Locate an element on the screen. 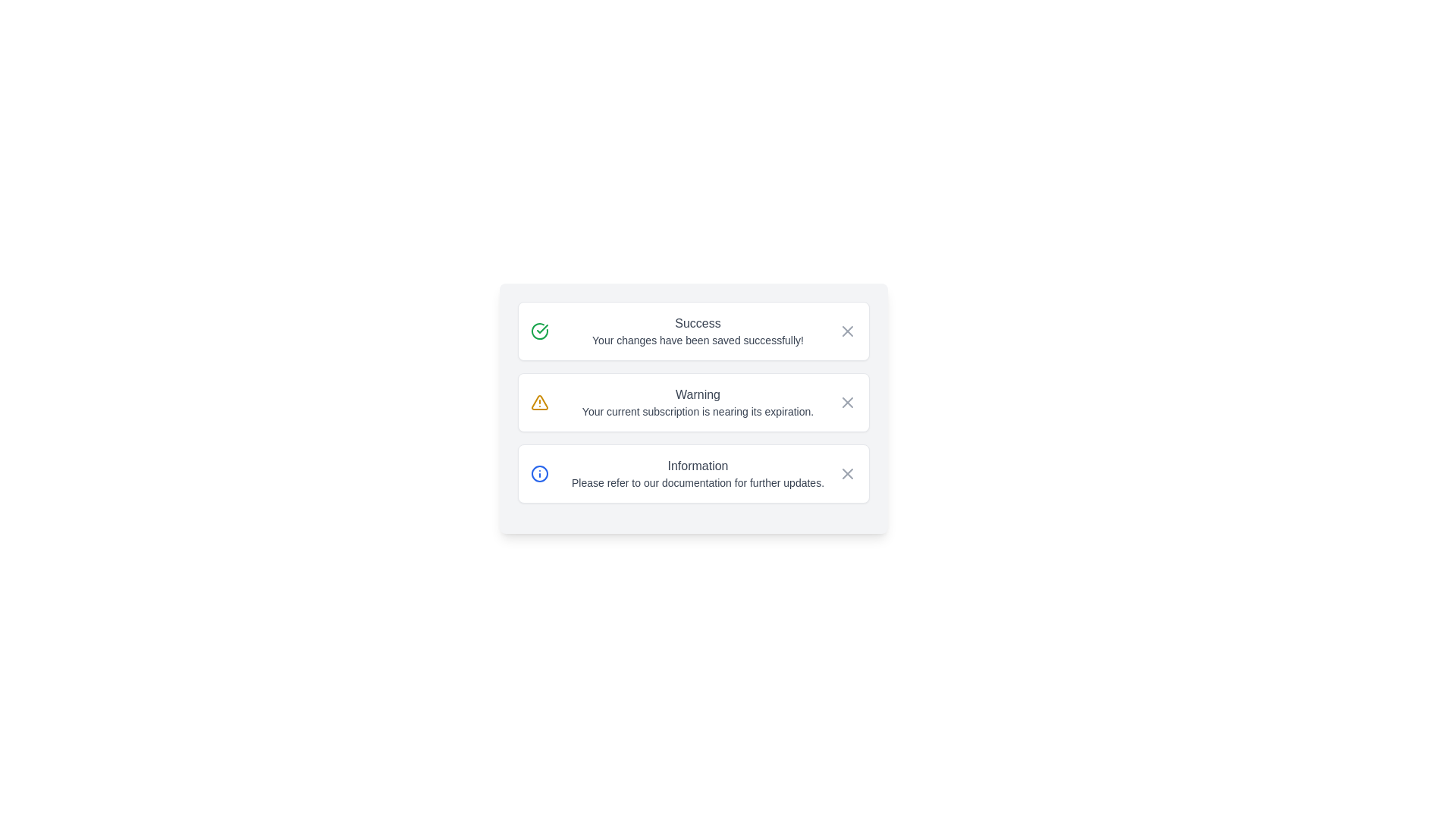 The height and width of the screenshot is (819, 1456). the gray 'X' icon button located in the top-right corner of the notification card is located at coordinates (846, 402).